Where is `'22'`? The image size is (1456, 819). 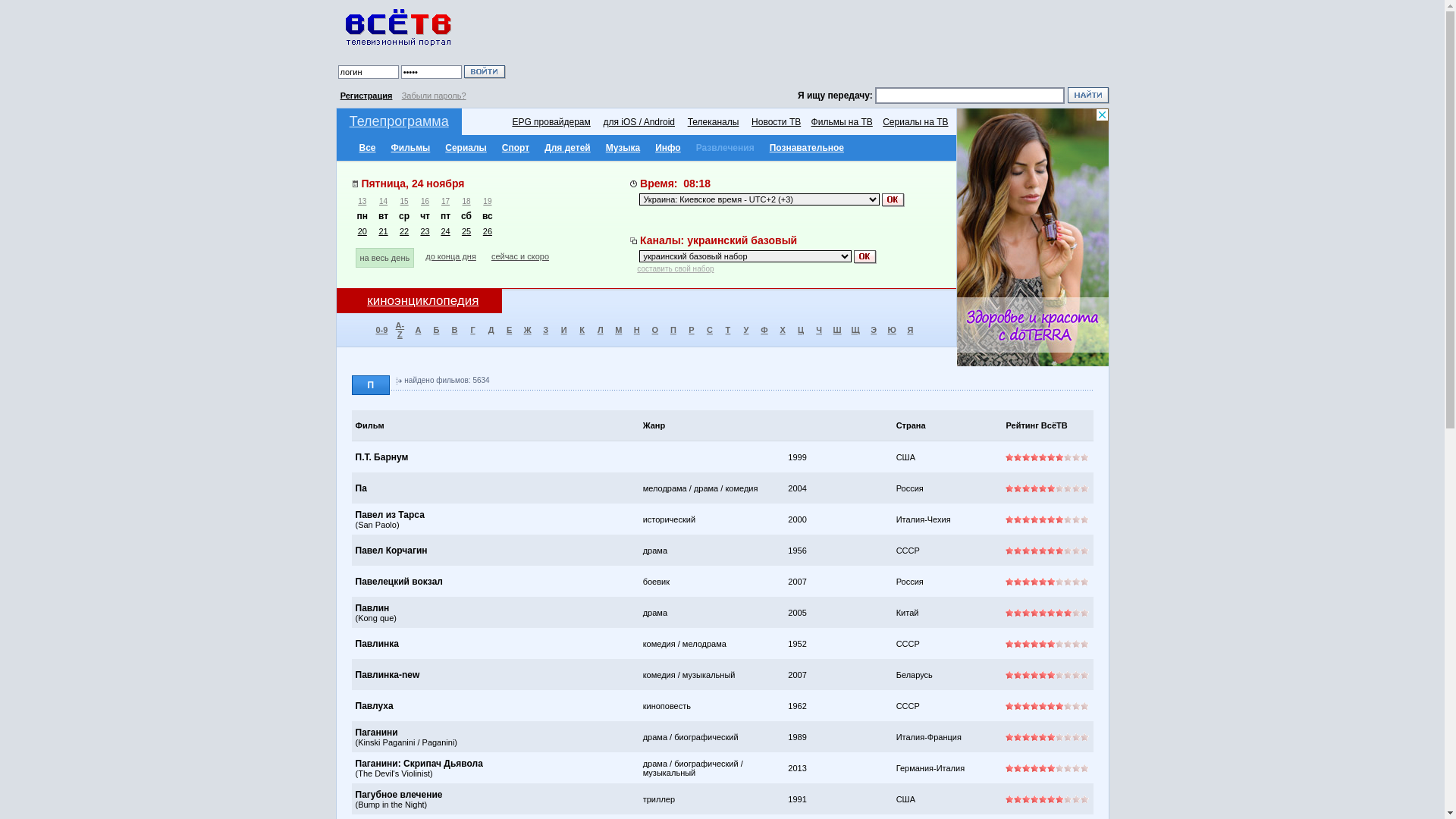
'22' is located at coordinates (403, 231).